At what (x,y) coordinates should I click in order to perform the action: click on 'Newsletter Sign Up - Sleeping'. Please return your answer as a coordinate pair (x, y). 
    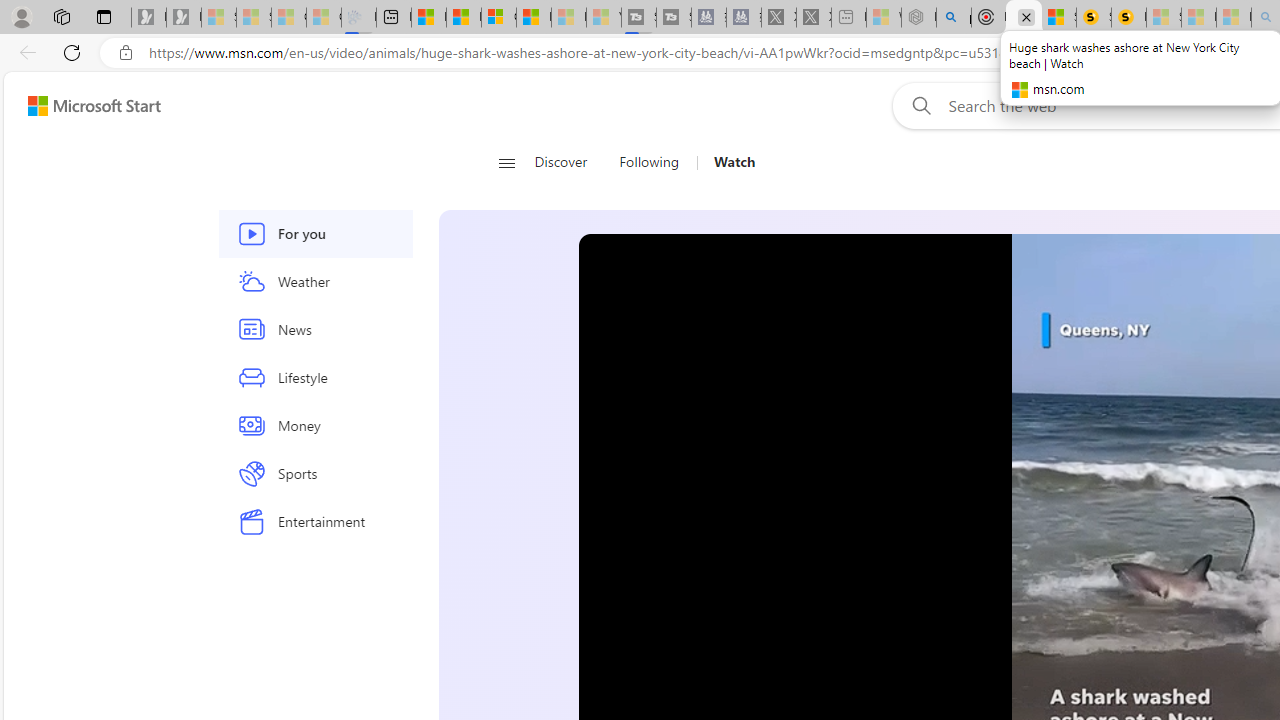
    Looking at the image, I should click on (183, 17).